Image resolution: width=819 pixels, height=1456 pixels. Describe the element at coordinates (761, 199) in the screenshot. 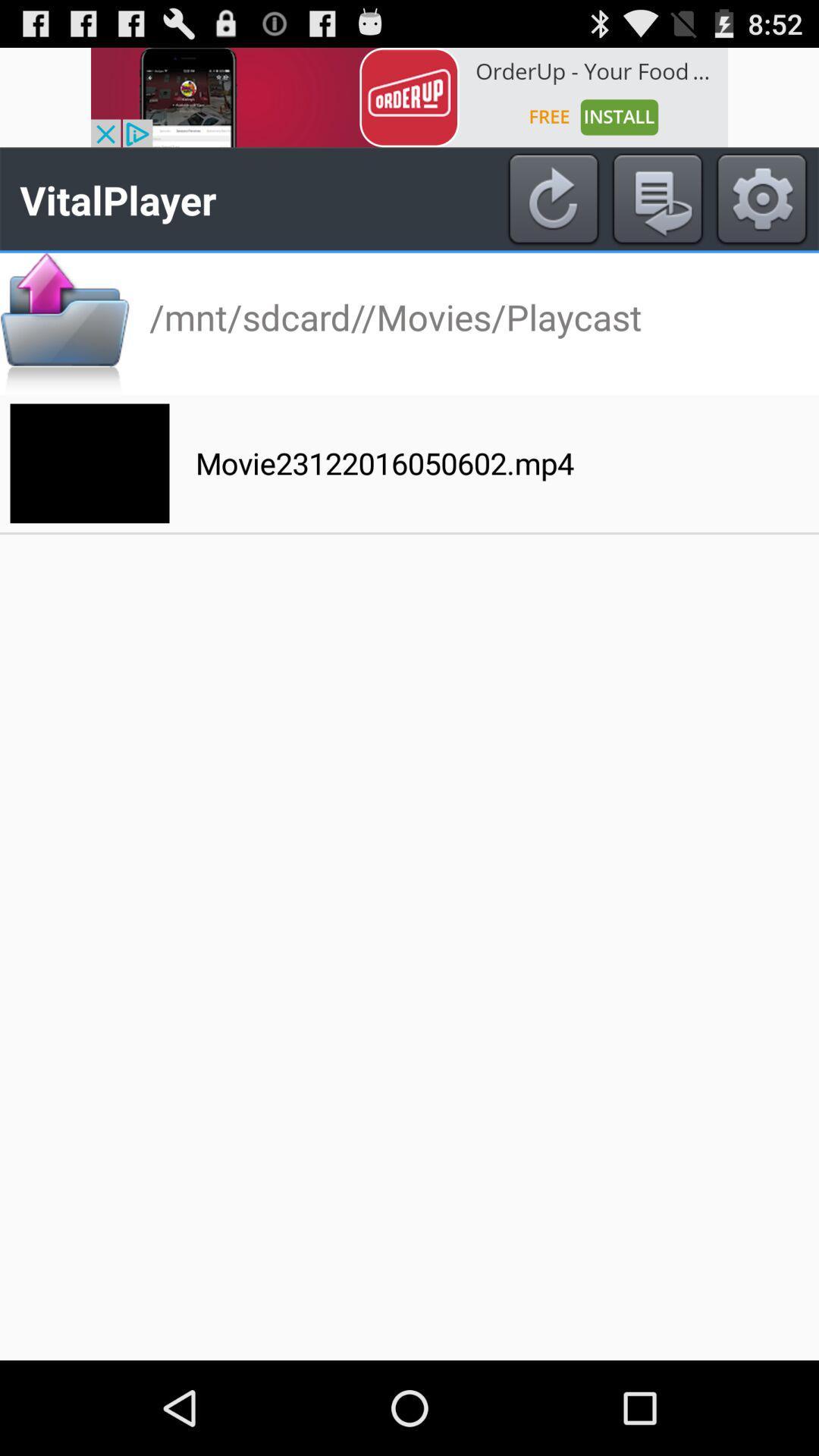

I see `settings` at that location.